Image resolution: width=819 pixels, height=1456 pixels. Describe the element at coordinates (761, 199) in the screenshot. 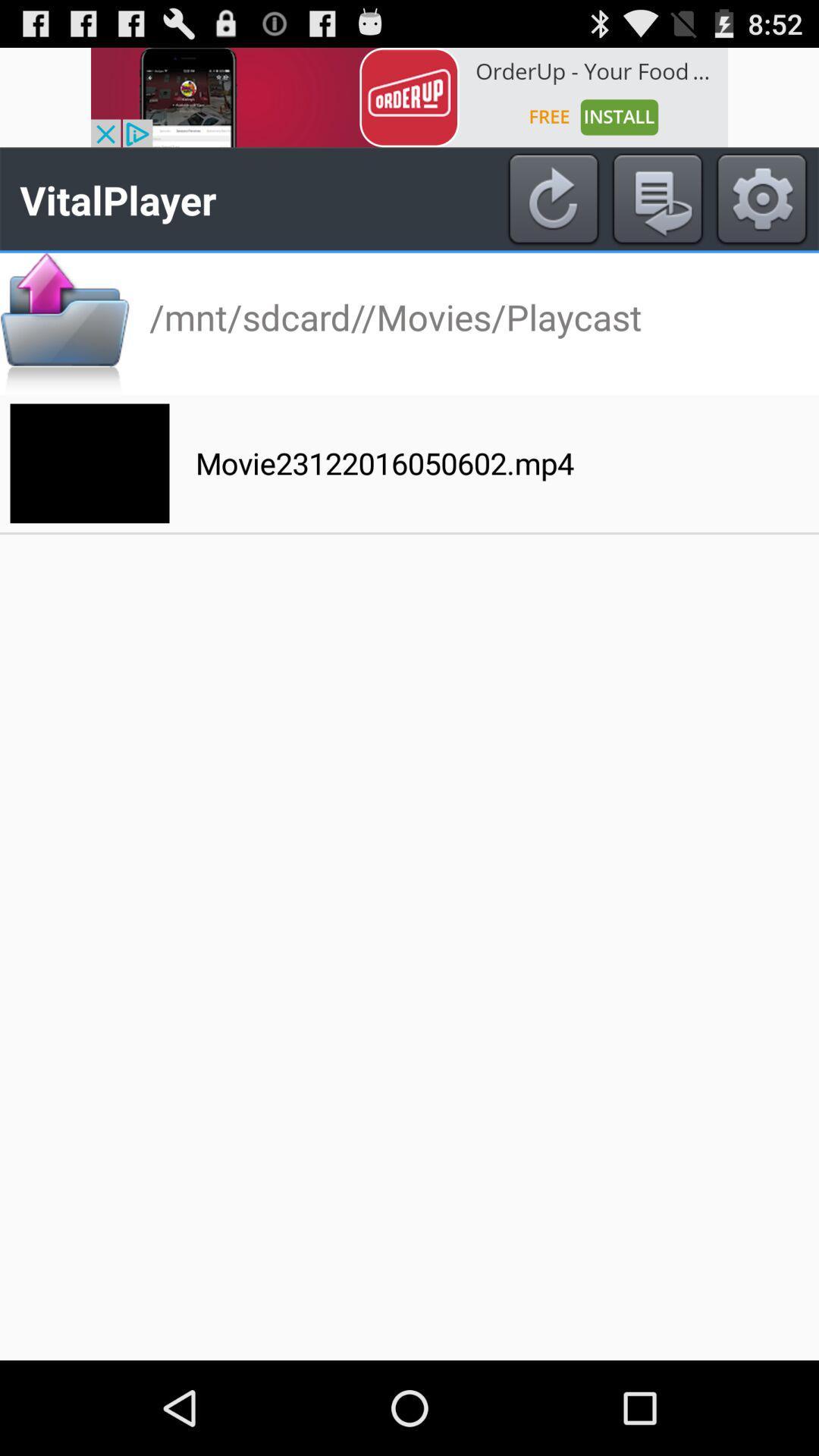

I see `settings` at that location.